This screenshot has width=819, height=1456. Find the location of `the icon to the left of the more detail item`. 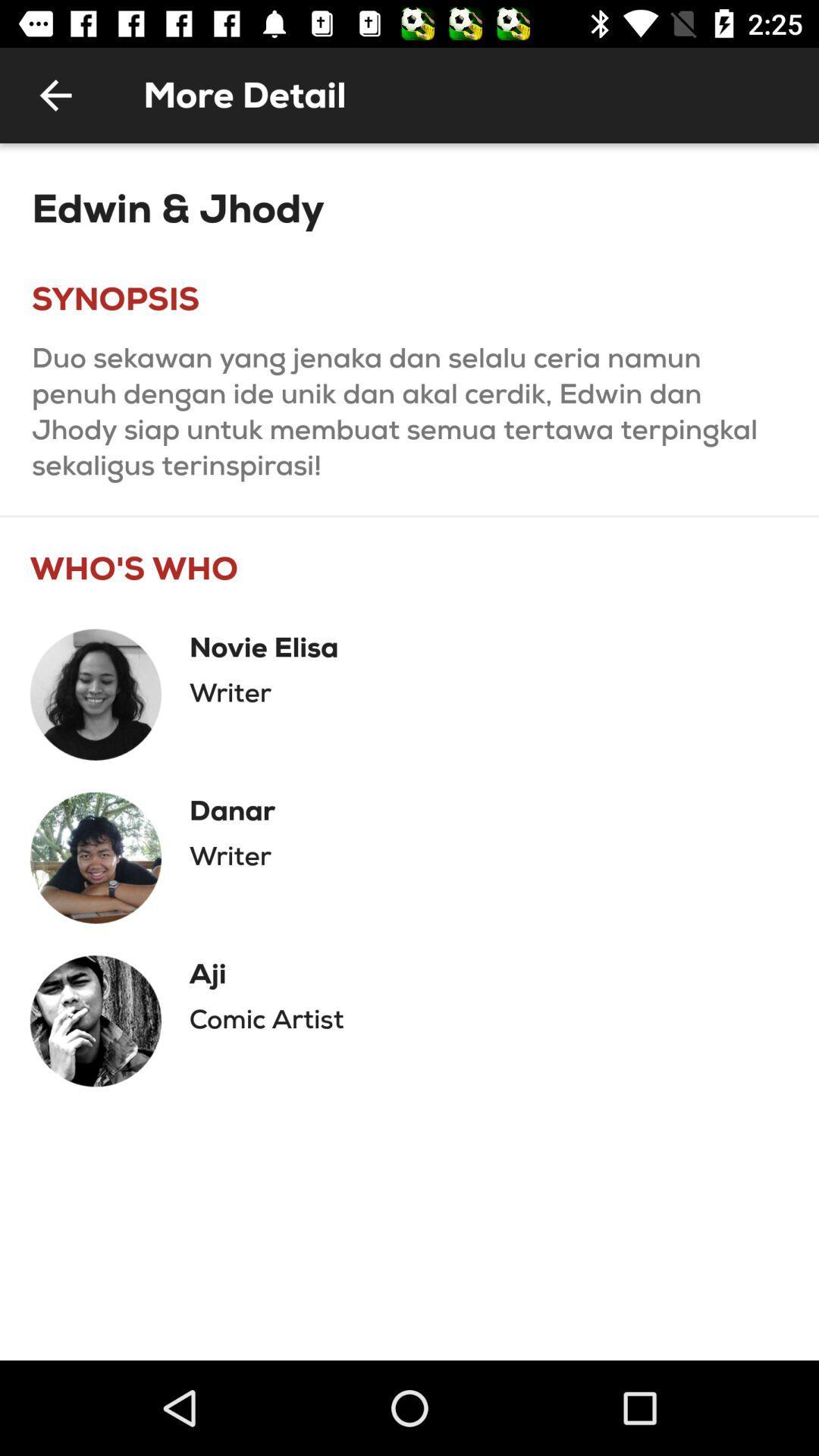

the icon to the left of the more detail item is located at coordinates (55, 94).